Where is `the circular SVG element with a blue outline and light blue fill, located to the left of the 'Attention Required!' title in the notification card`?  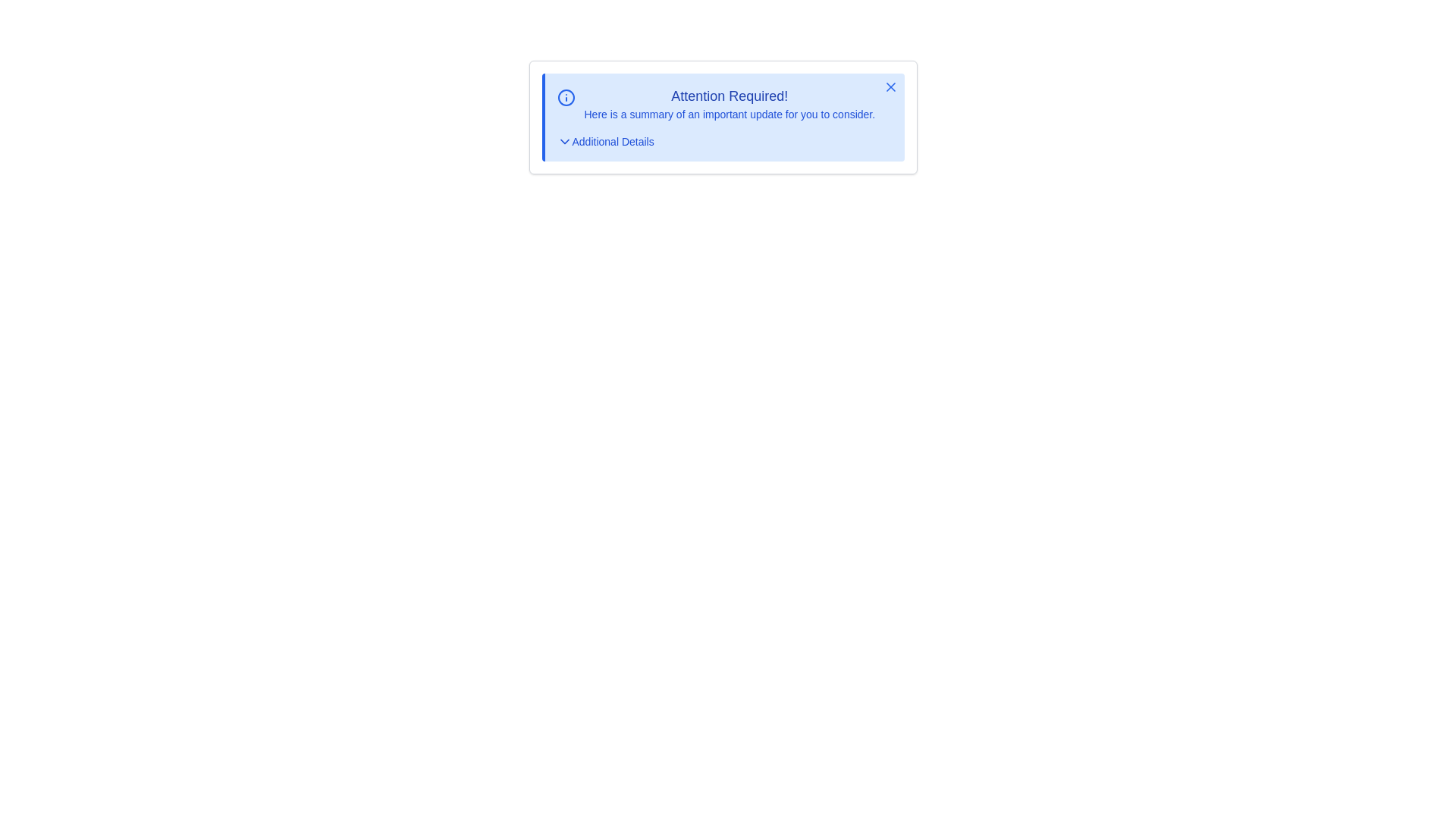 the circular SVG element with a blue outline and light blue fill, located to the left of the 'Attention Required!' title in the notification card is located at coordinates (565, 97).